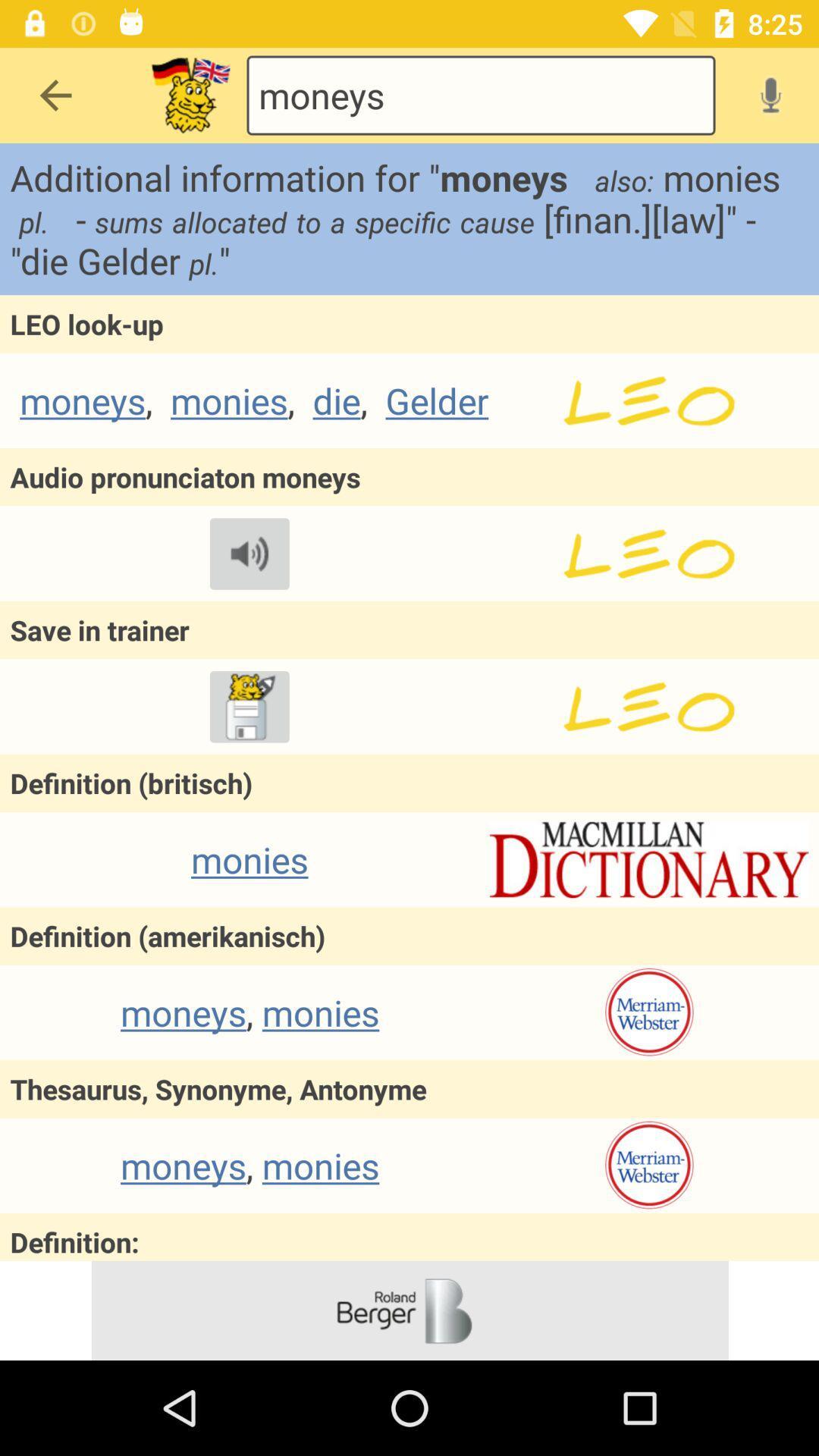  I want to click on merriam webster website, so click(648, 1165).